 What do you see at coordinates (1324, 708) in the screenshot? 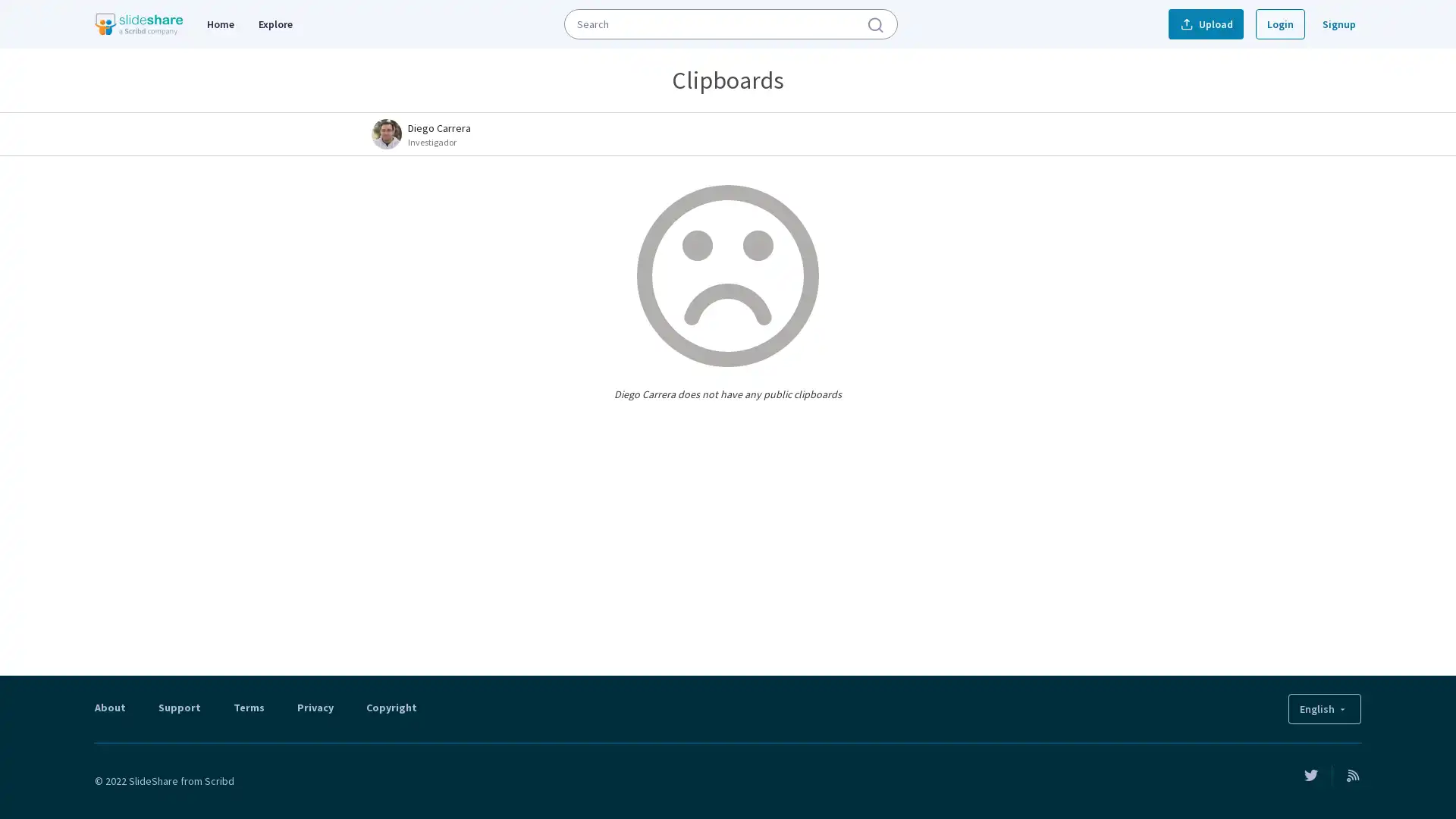
I see `English` at bounding box center [1324, 708].